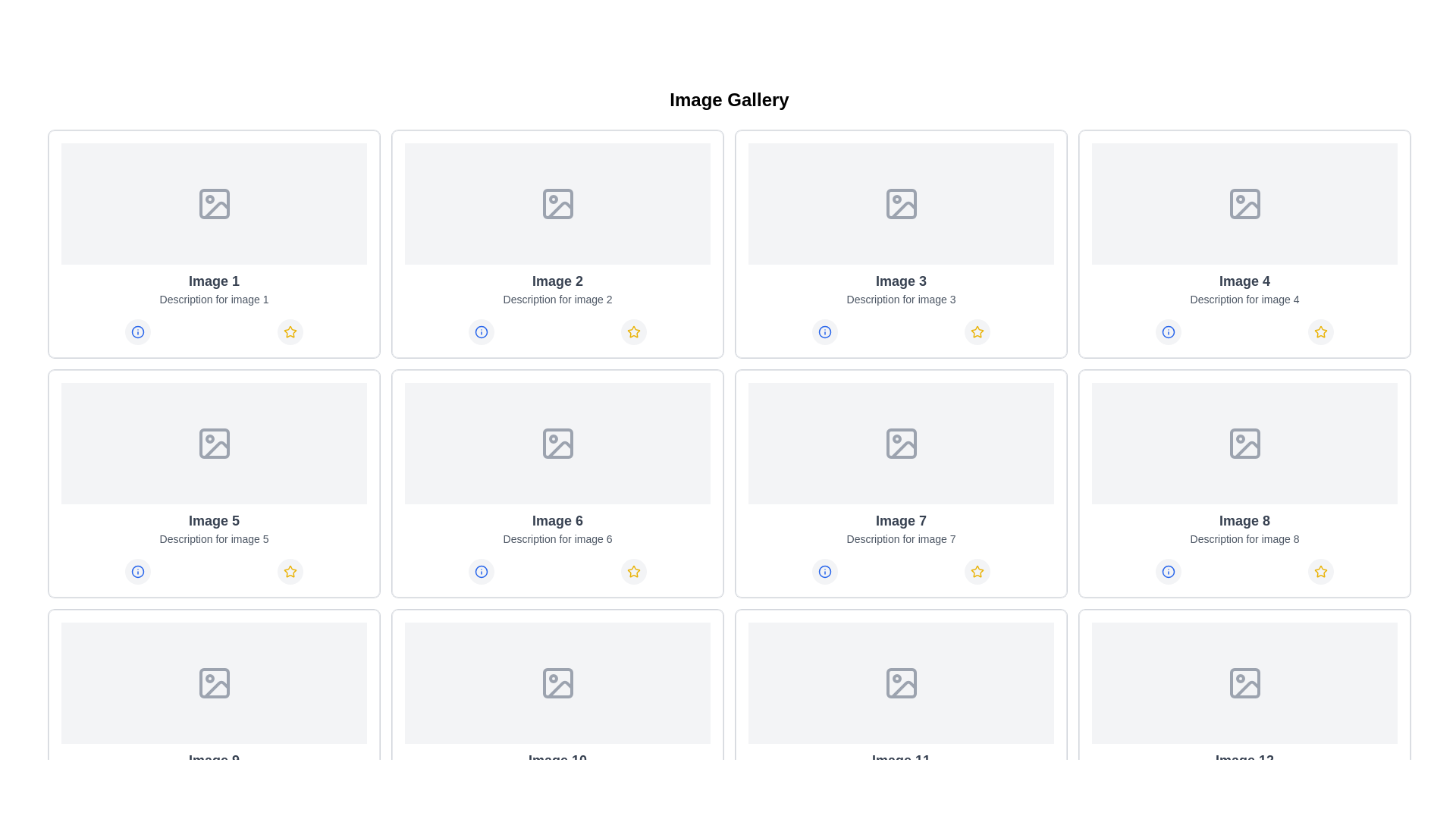 The height and width of the screenshot is (819, 1456). Describe the element at coordinates (480, 571) in the screenshot. I see `the circular button with a light gray background and blue border containing an 'i' symbol` at that location.